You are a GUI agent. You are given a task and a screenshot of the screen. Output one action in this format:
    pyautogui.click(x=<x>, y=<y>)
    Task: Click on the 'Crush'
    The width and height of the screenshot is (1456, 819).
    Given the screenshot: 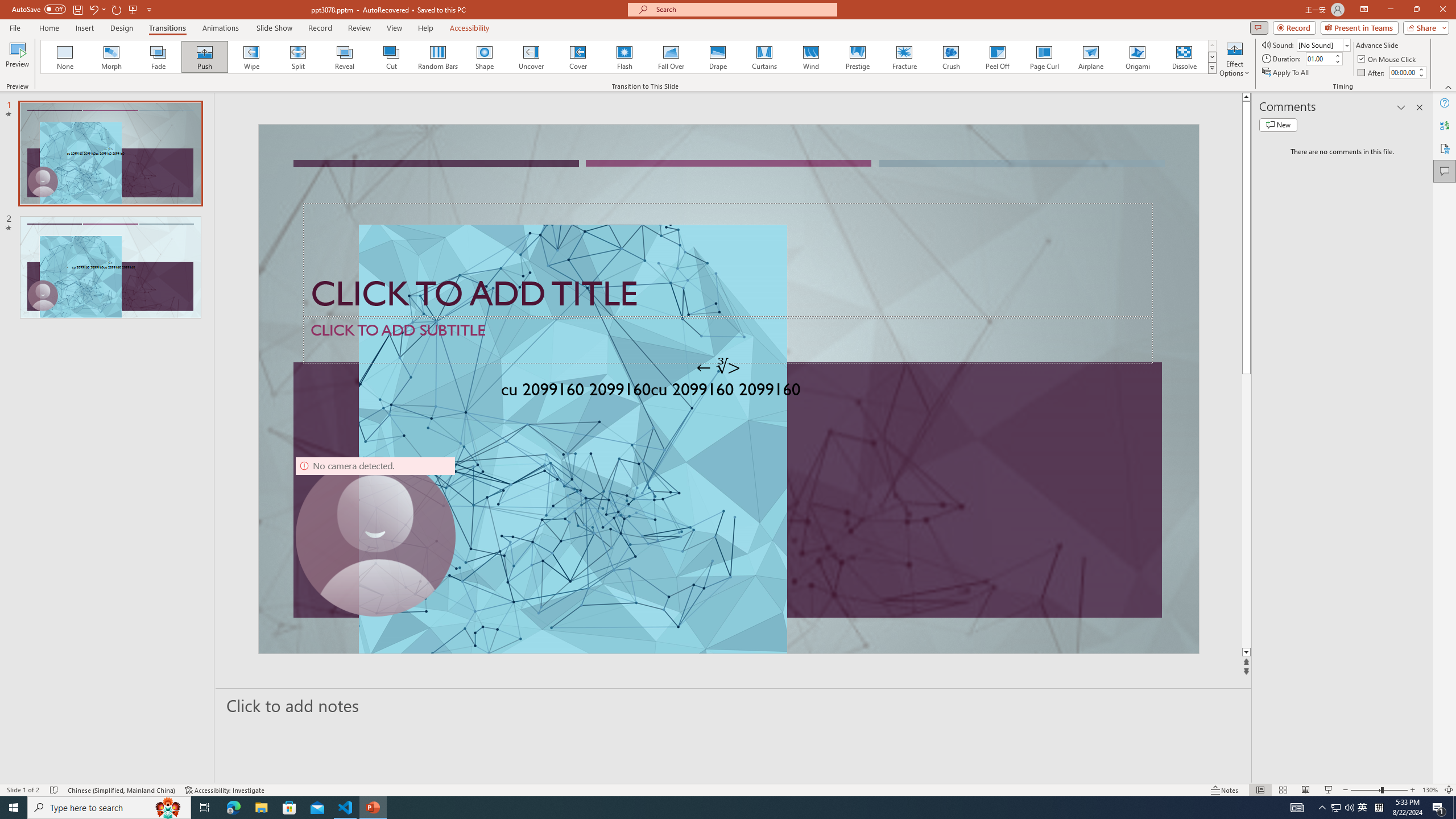 What is the action you would take?
    pyautogui.click(x=950, y=56)
    